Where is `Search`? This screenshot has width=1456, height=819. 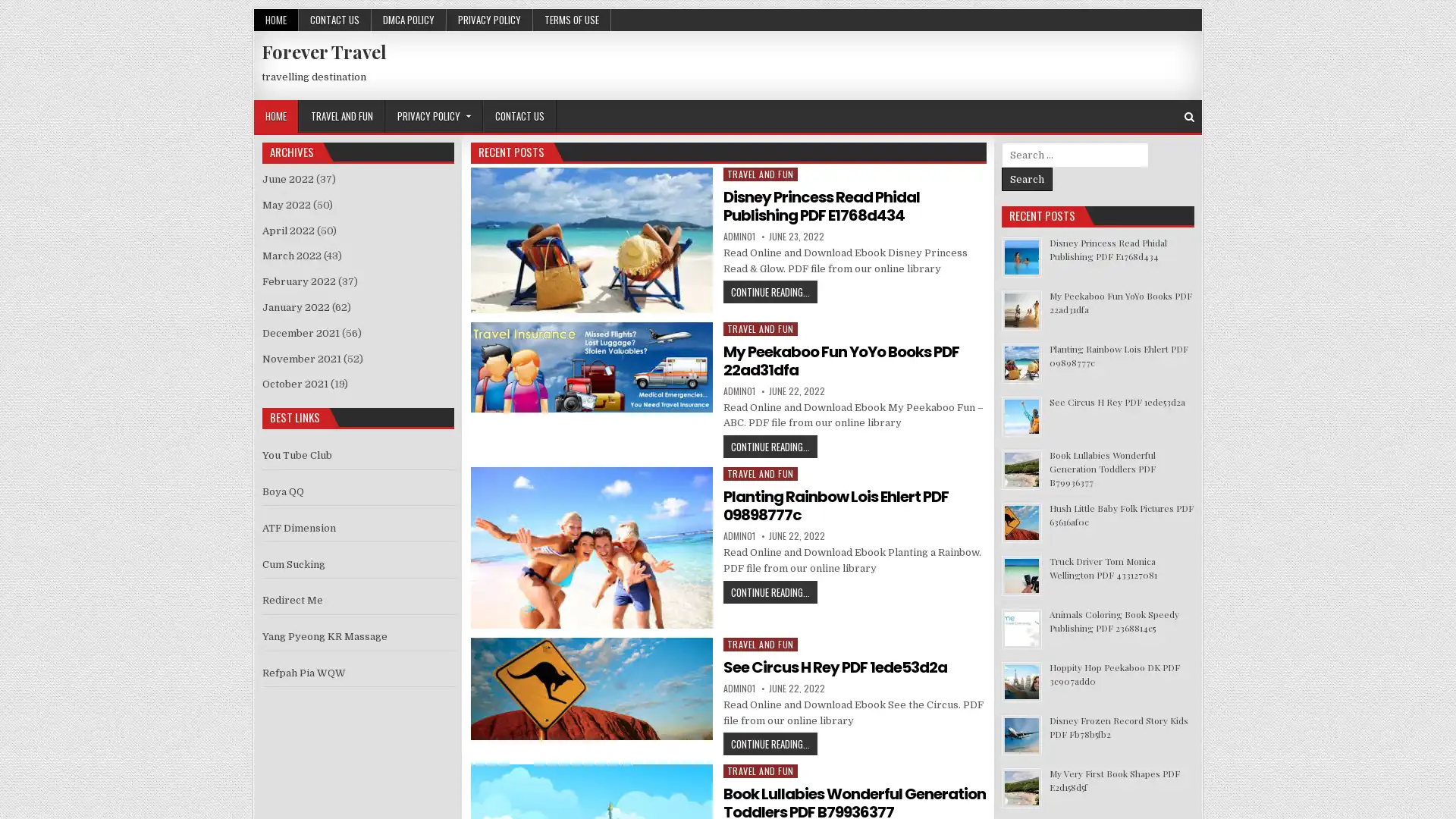
Search is located at coordinates (1027, 178).